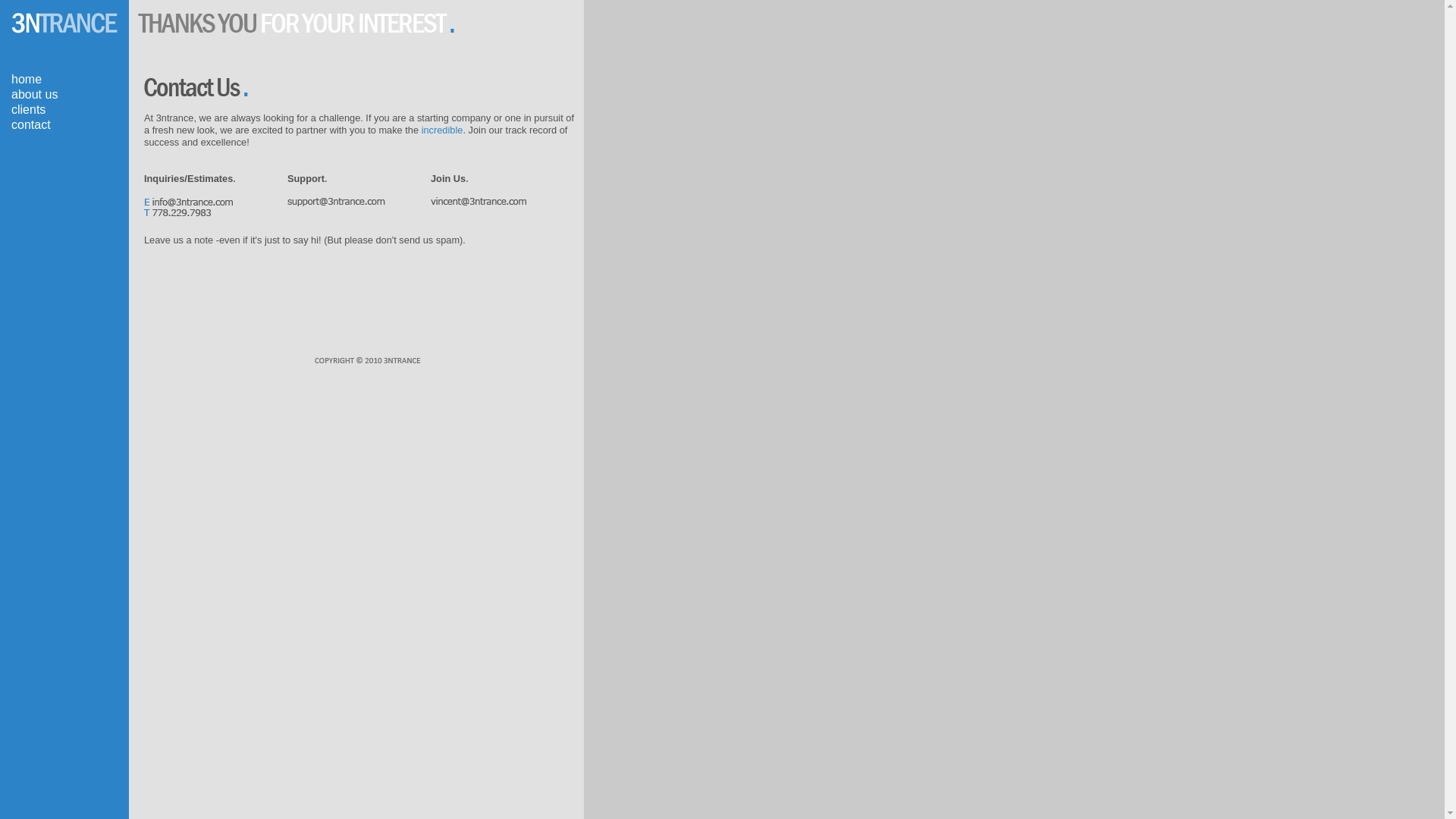  I want to click on 'contact', so click(31, 124).